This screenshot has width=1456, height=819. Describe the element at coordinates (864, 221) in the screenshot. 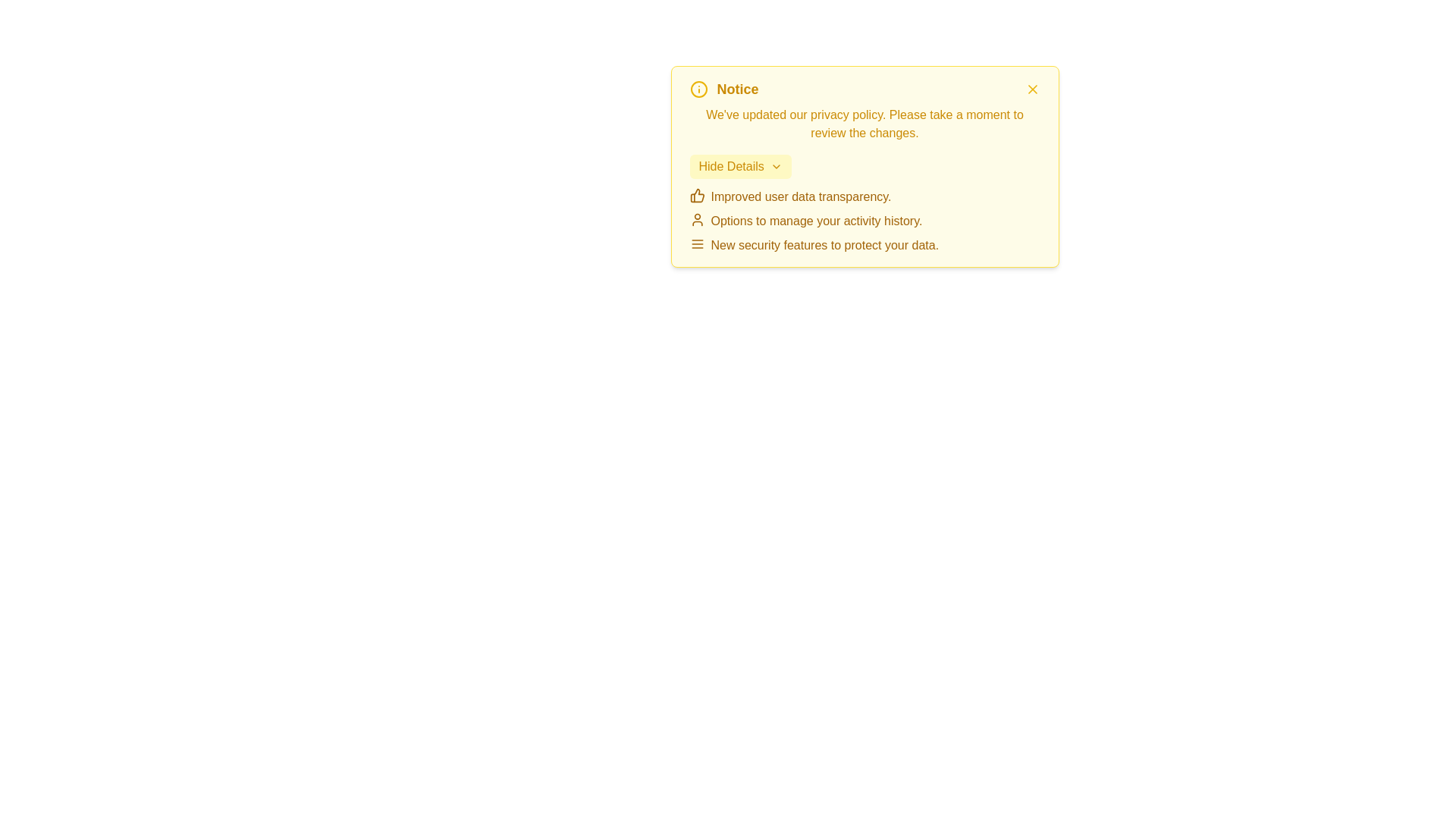

I see `information displayed in the informational list with icons located within the yellow-themed notice box, positioned below the 'Hide Details' button` at that location.